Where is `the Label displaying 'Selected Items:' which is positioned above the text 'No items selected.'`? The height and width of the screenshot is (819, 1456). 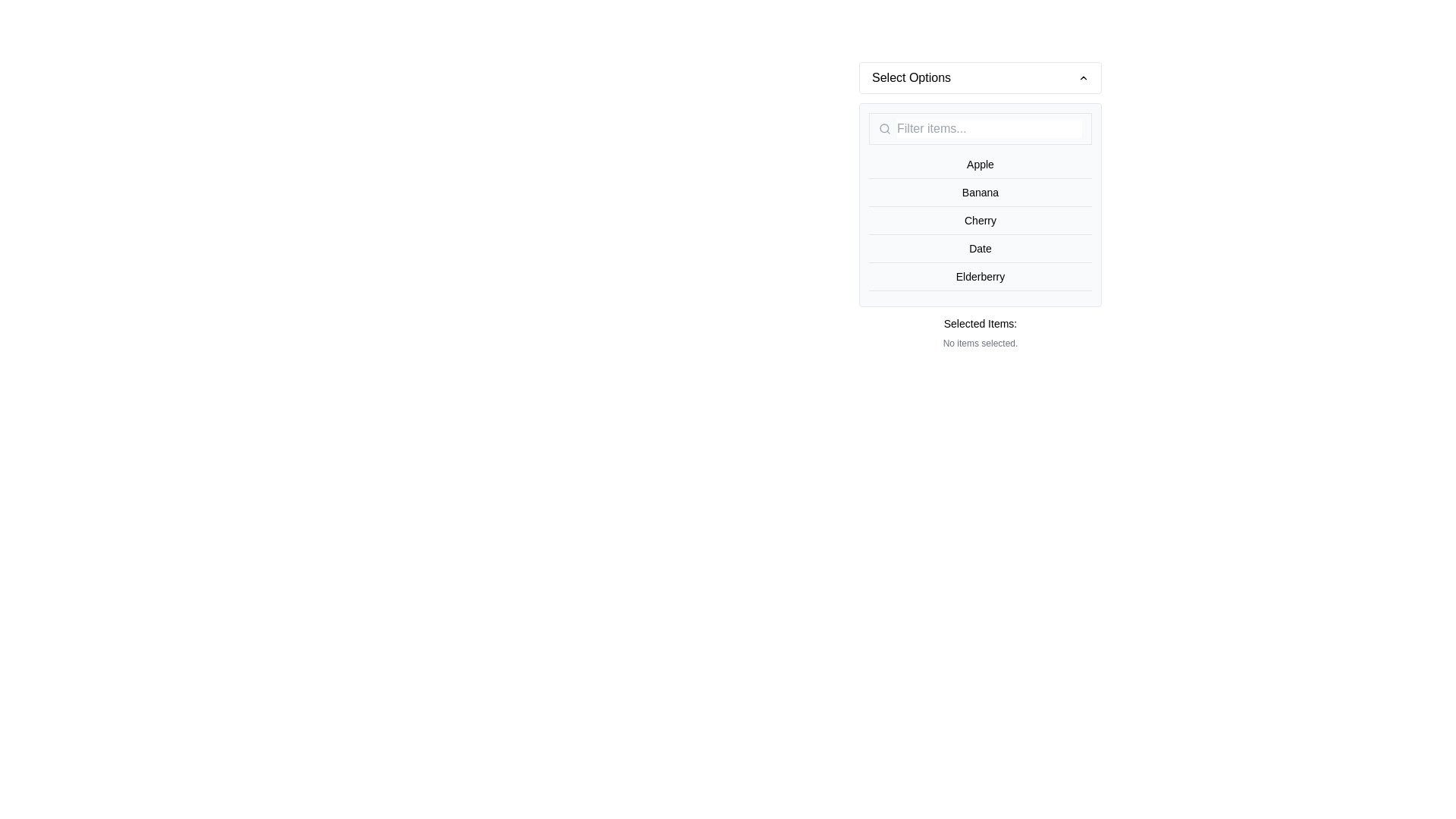
the Label displaying 'Selected Items:' which is positioned above the text 'No items selected.' is located at coordinates (980, 323).